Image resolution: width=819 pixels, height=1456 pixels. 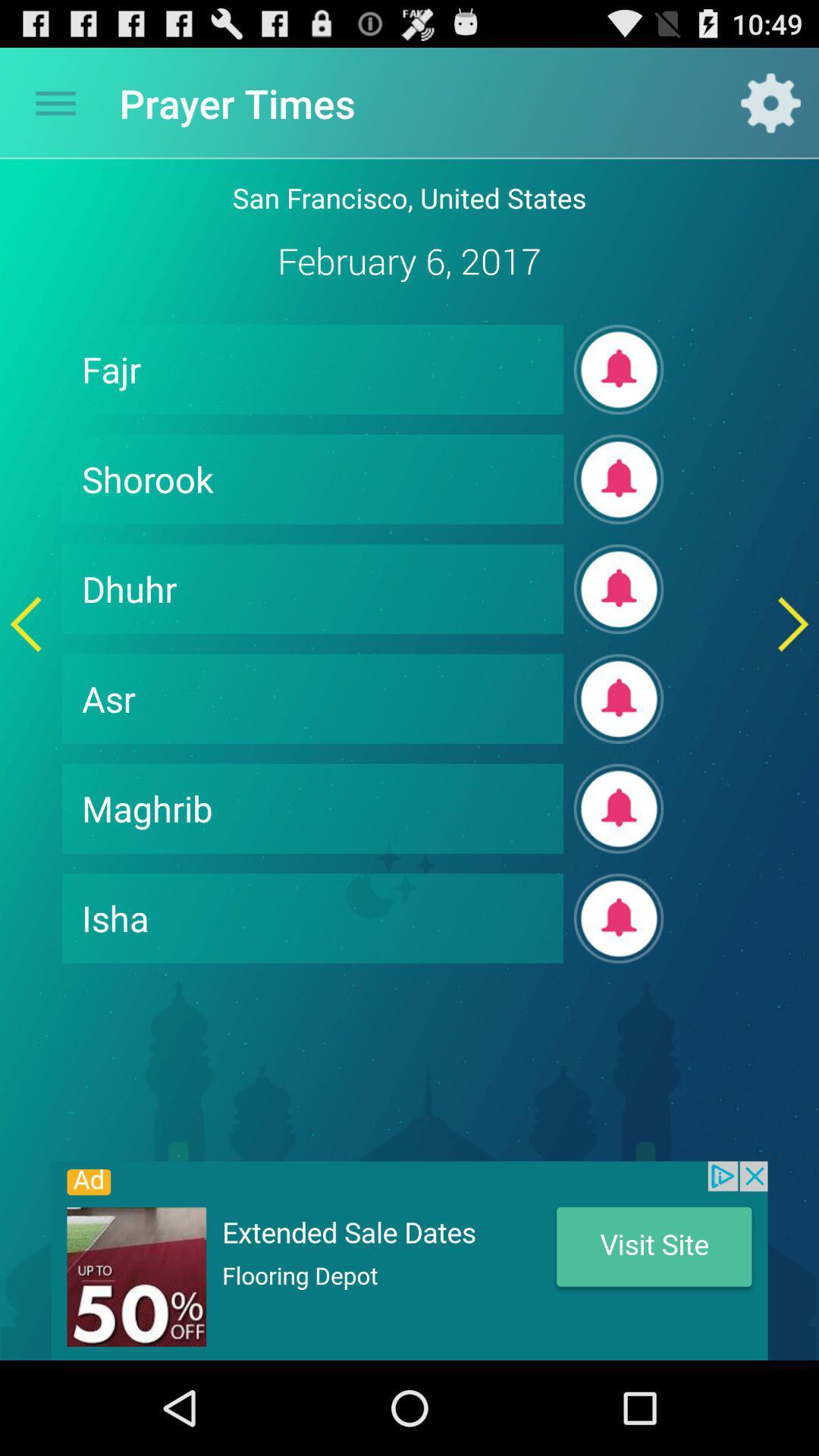 What do you see at coordinates (26, 667) in the screenshot?
I see `the arrow_backward icon` at bounding box center [26, 667].